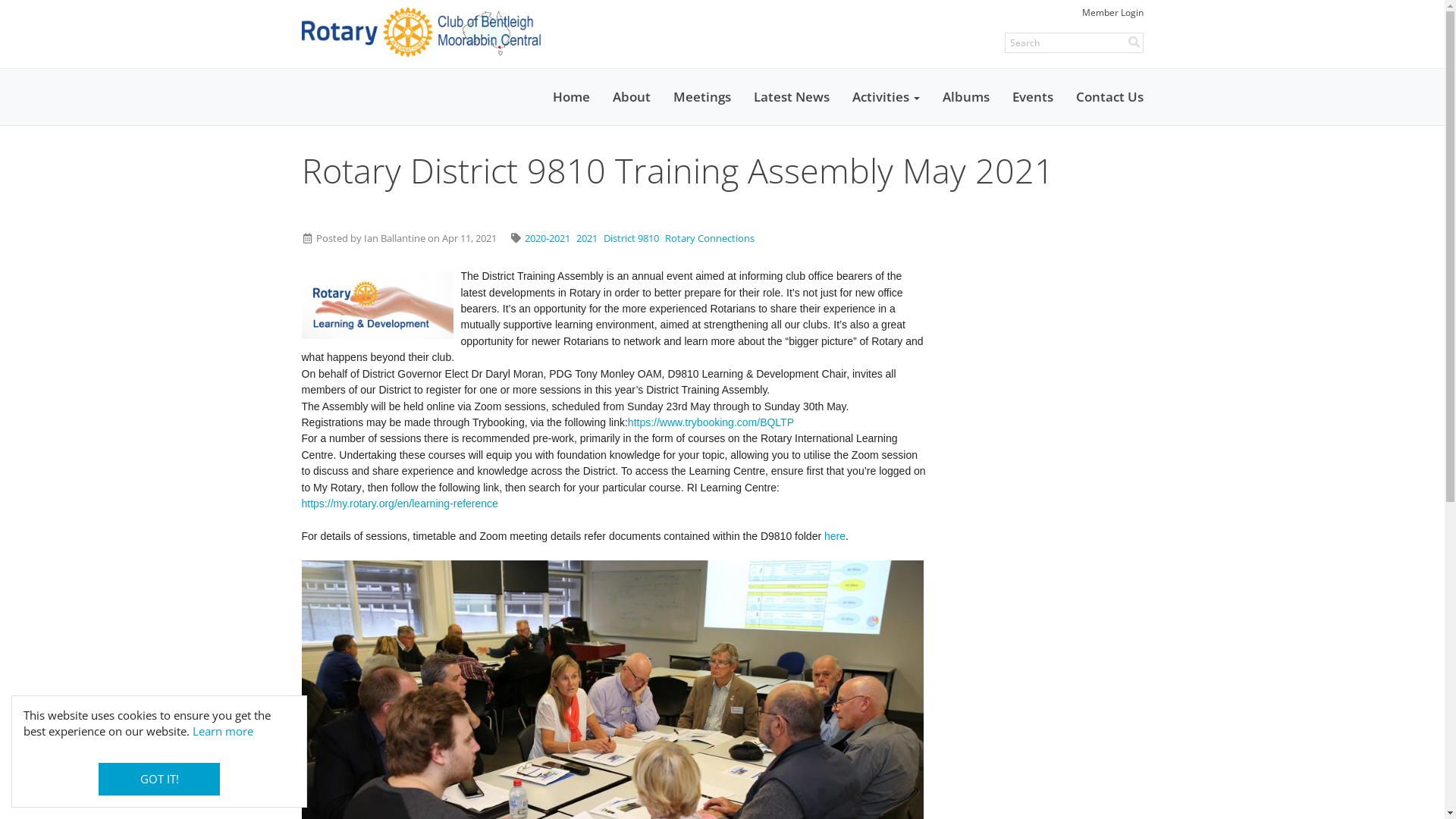  I want to click on 'Member Login', so click(1112, 12).